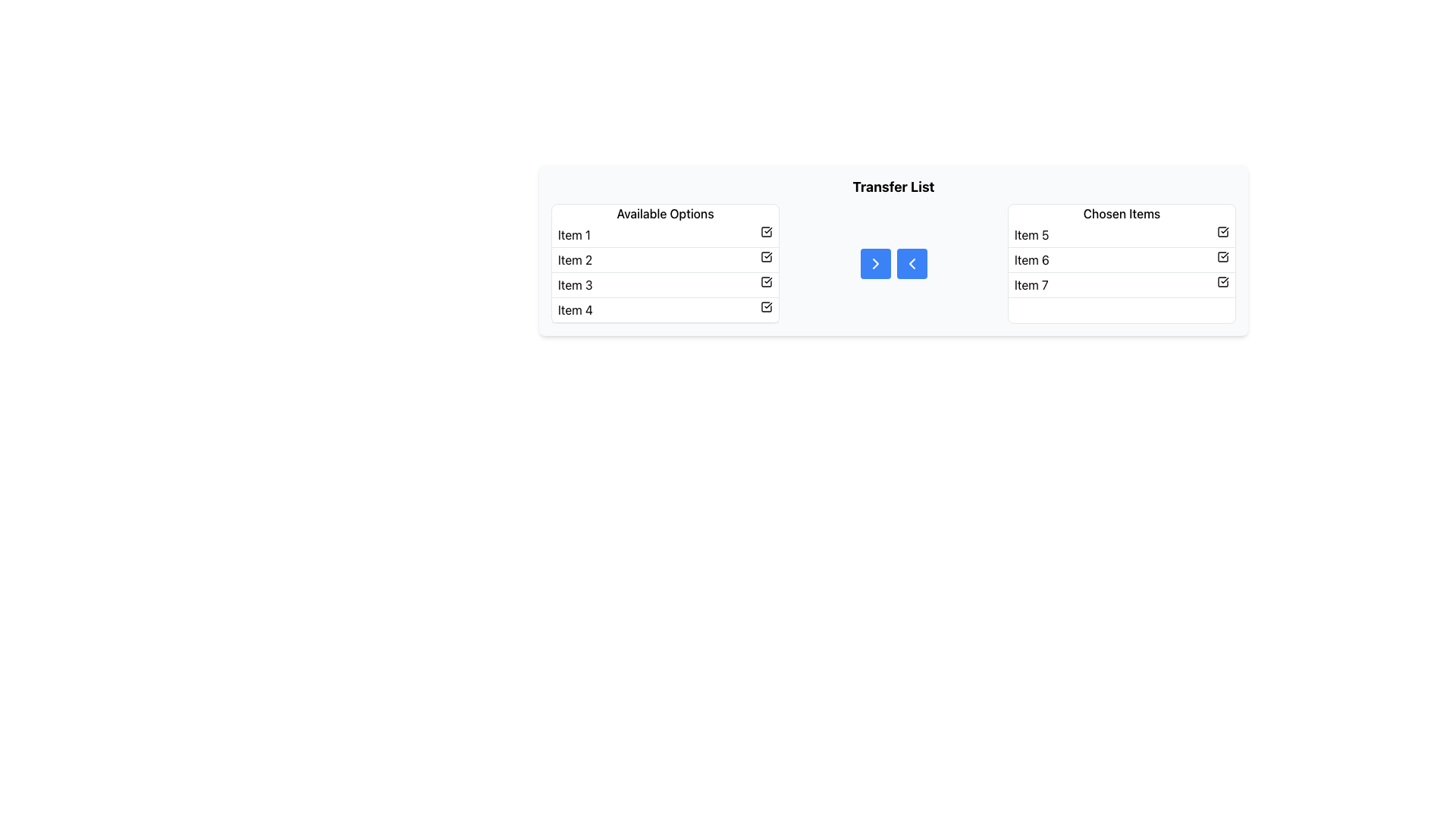 This screenshot has width=1456, height=819. I want to click on the first button in the 'Transfer List' section to observe its hover effect, so click(875, 262).